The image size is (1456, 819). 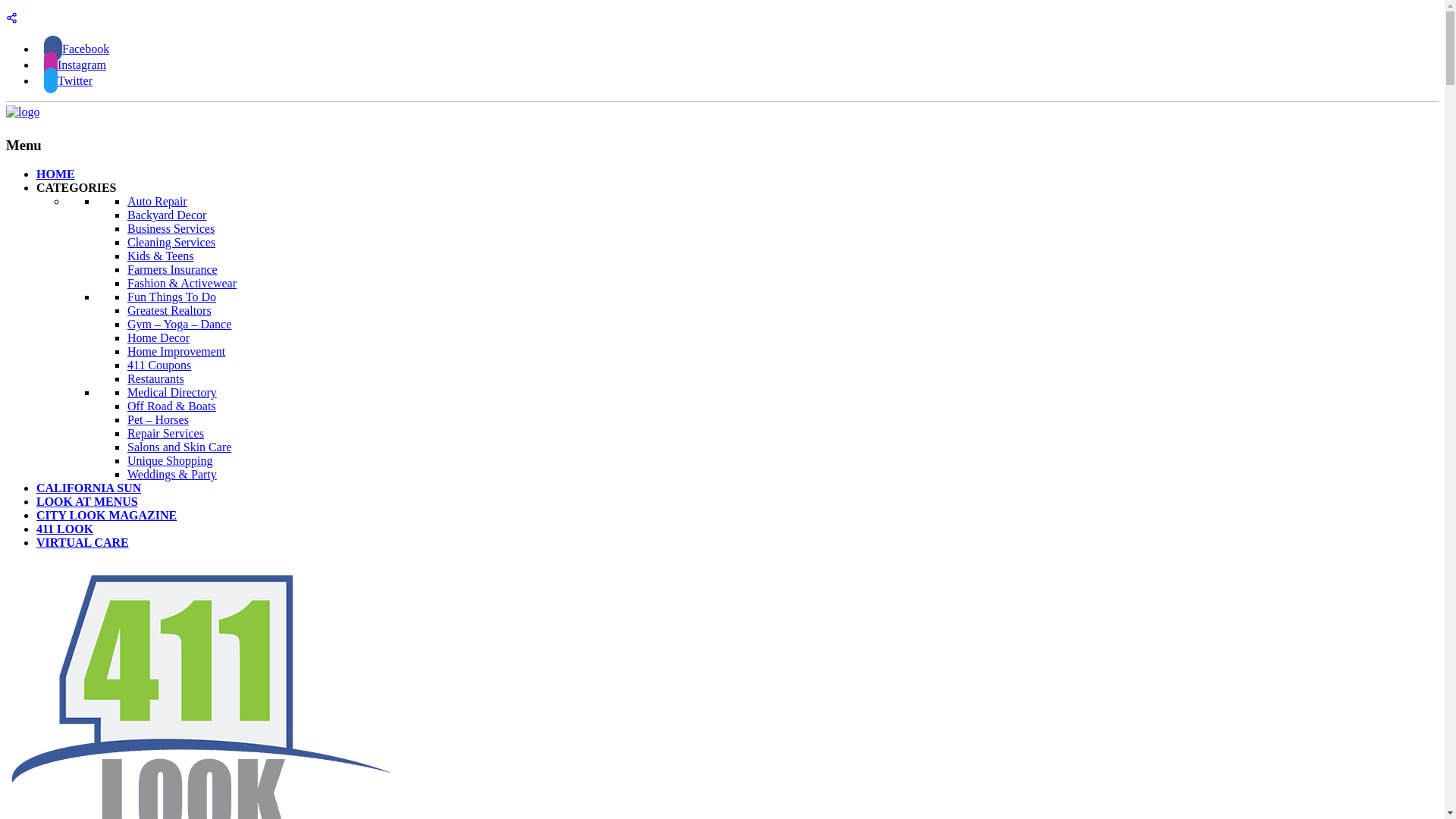 What do you see at coordinates (86, 501) in the screenshot?
I see `'LOOK AT MENUS'` at bounding box center [86, 501].